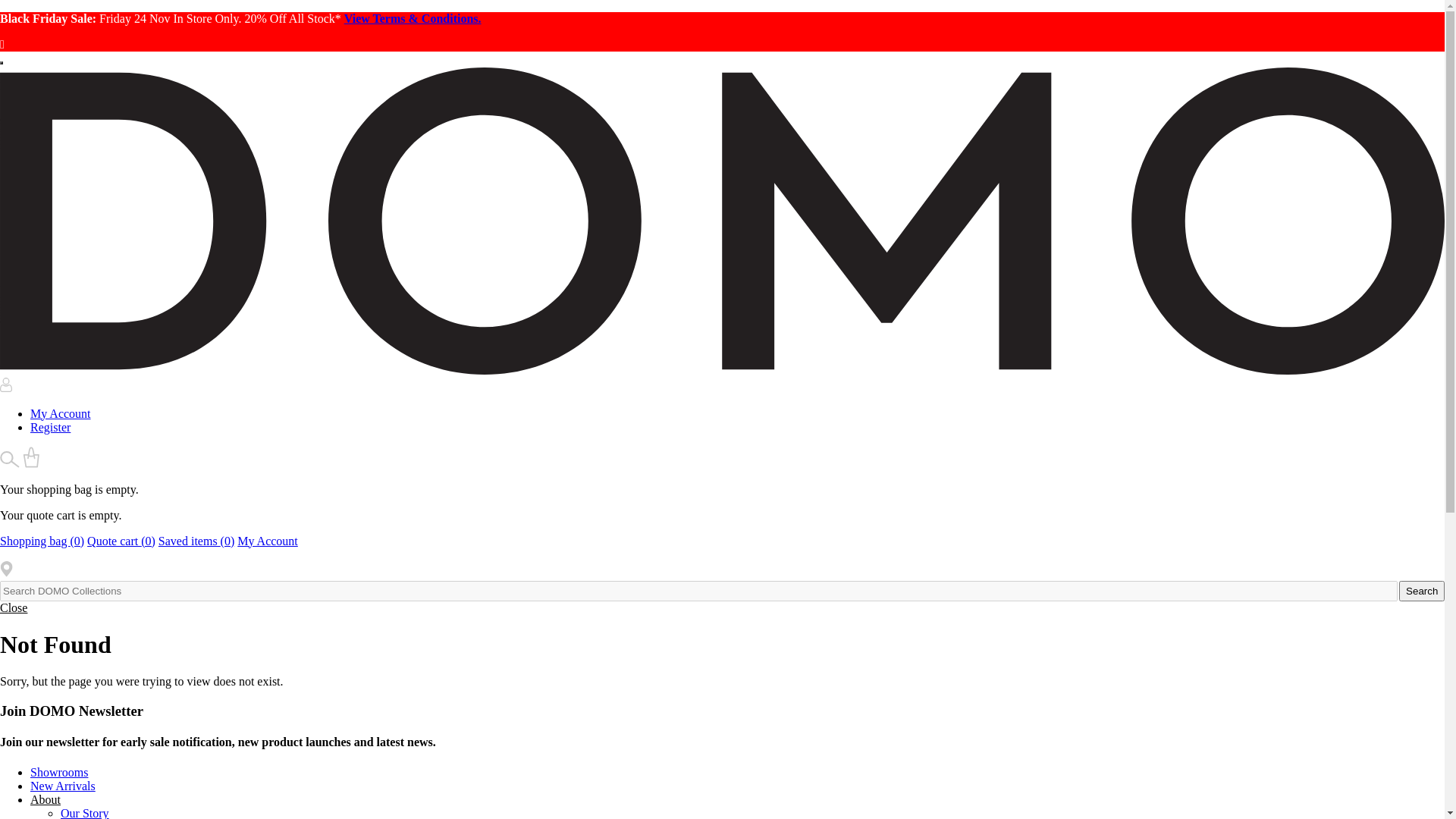 The width and height of the screenshot is (1456, 819). Describe the element at coordinates (120, 540) in the screenshot. I see `'Quote cart (0)'` at that location.